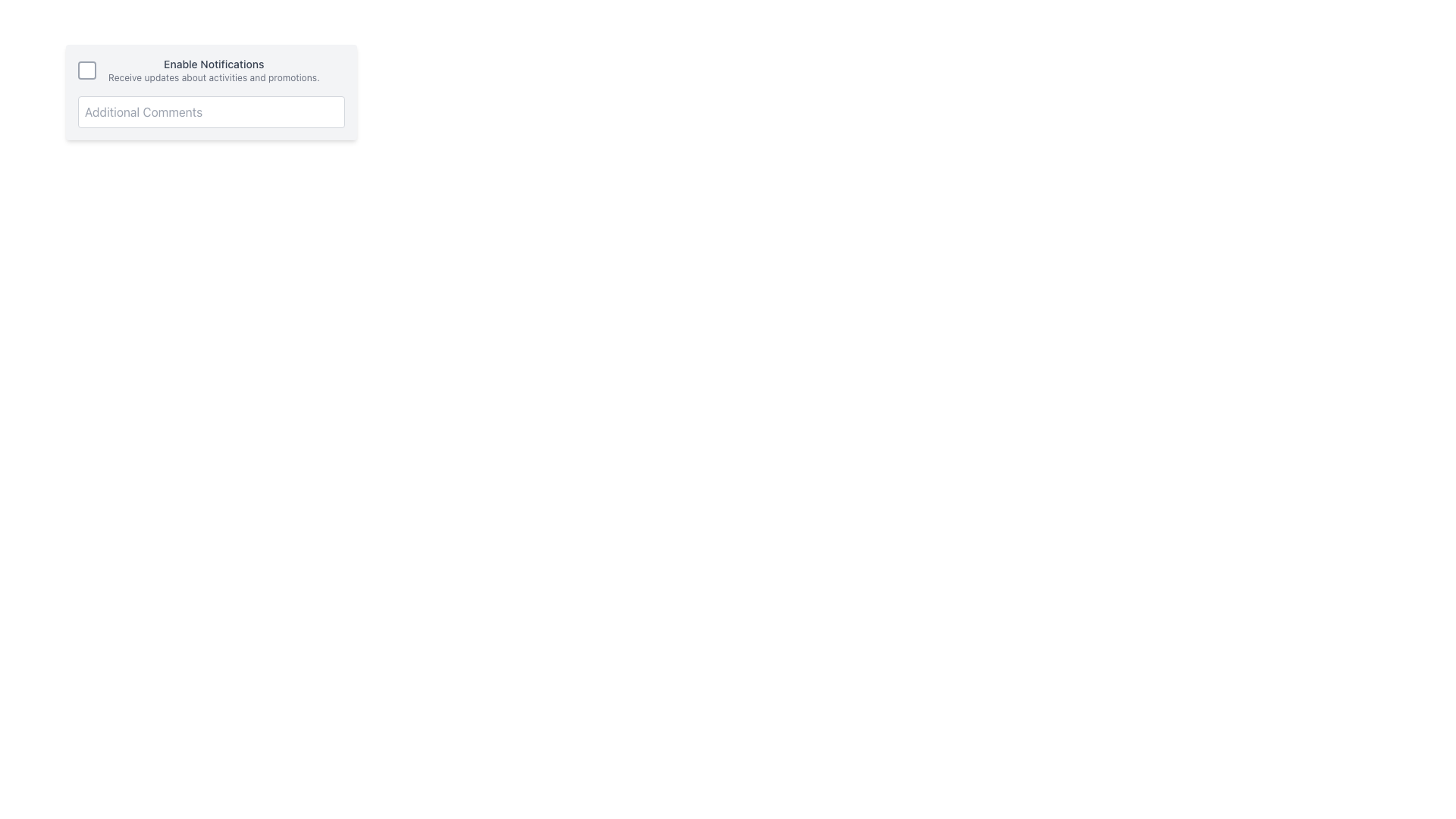  I want to click on the text block that reads 'Enable Notifications' with bolded black text and a smaller lighter gray text below it, so click(210, 70).